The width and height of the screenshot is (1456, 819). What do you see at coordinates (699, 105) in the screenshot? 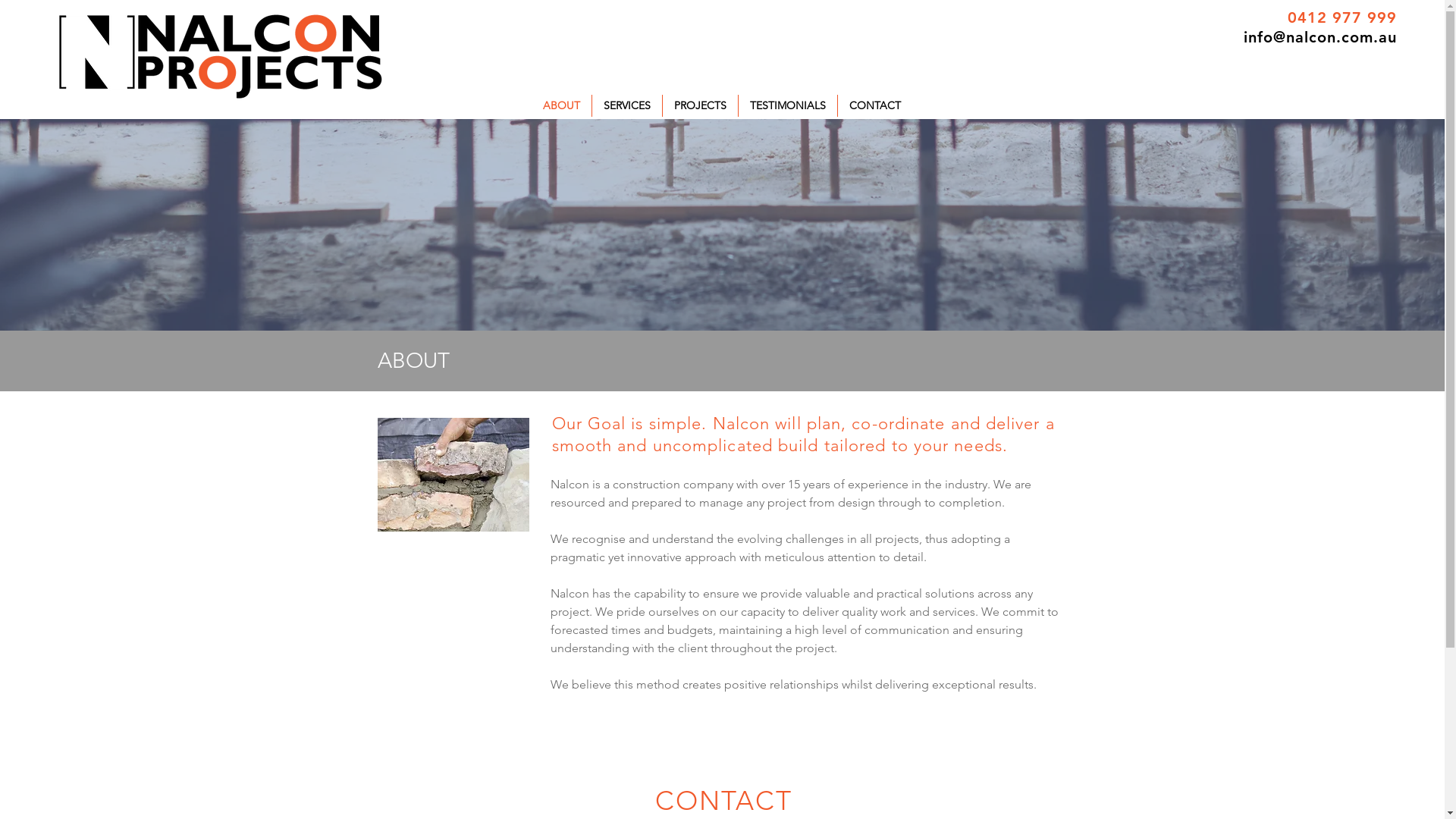
I see `'PROJECTS'` at bounding box center [699, 105].